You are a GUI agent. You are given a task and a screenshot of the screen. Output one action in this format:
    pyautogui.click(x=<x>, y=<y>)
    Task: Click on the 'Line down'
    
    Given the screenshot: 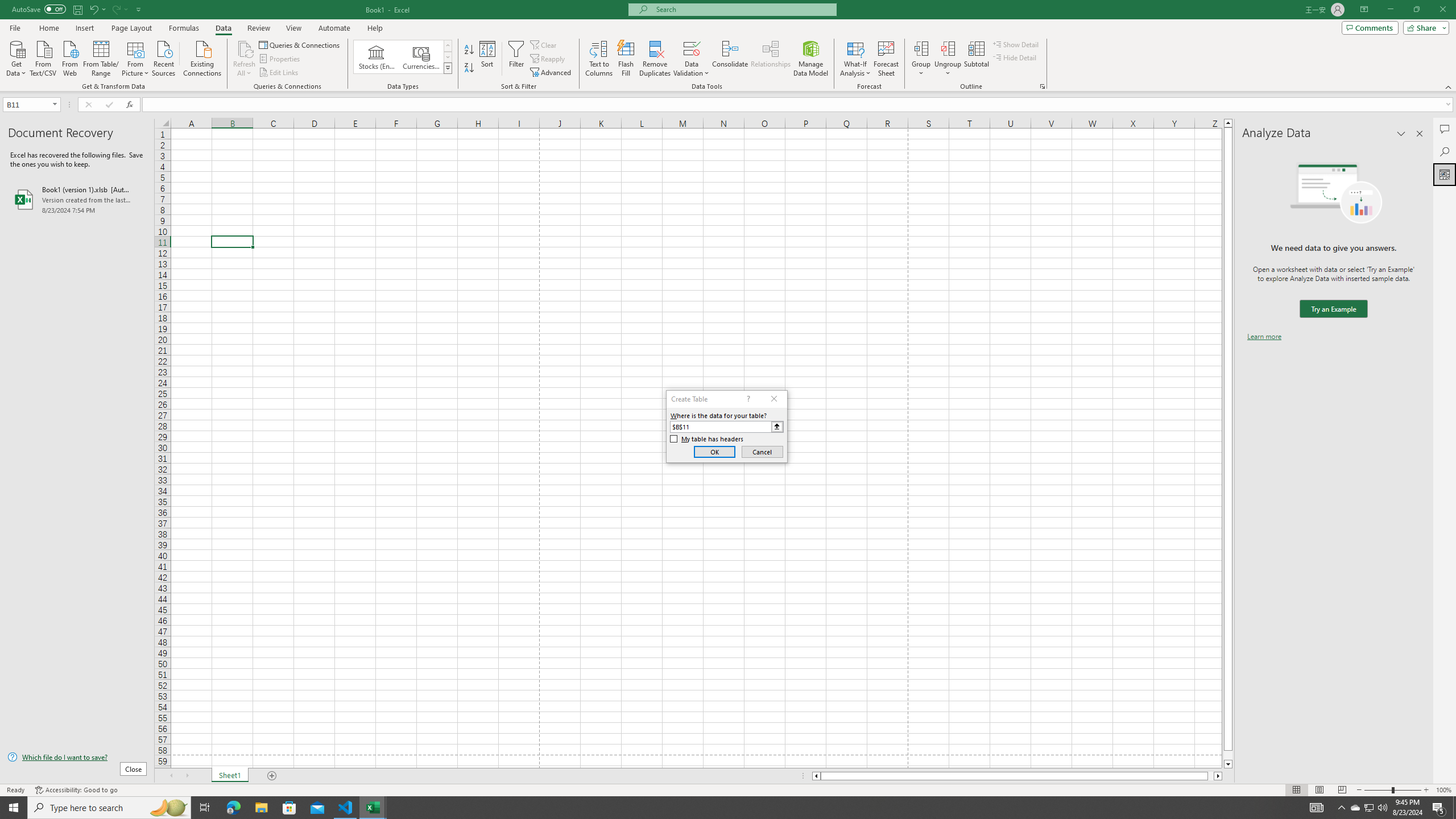 What is the action you would take?
    pyautogui.click(x=1228, y=764)
    